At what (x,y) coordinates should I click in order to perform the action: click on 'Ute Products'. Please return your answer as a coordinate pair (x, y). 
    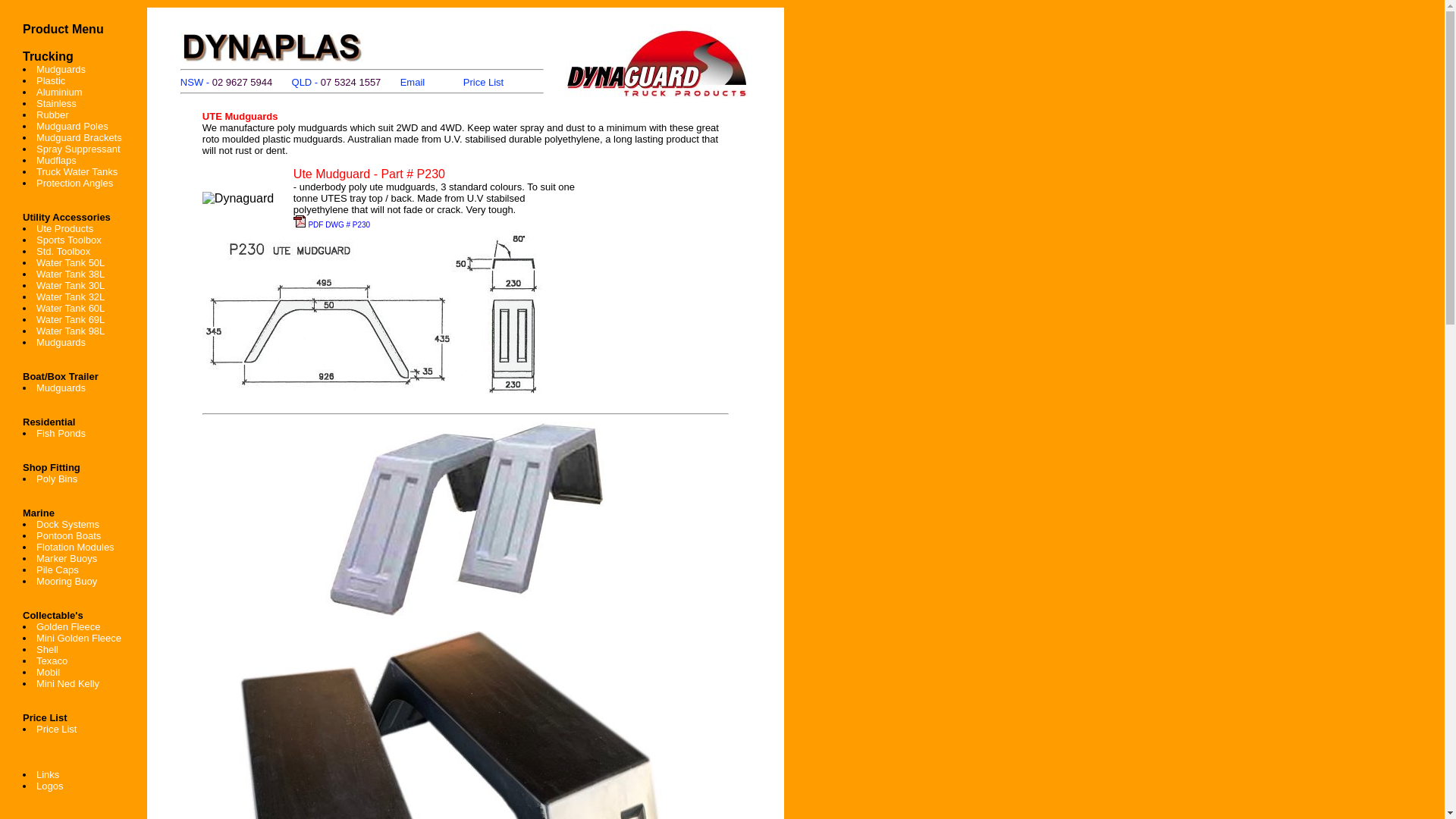
    Looking at the image, I should click on (64, 228).